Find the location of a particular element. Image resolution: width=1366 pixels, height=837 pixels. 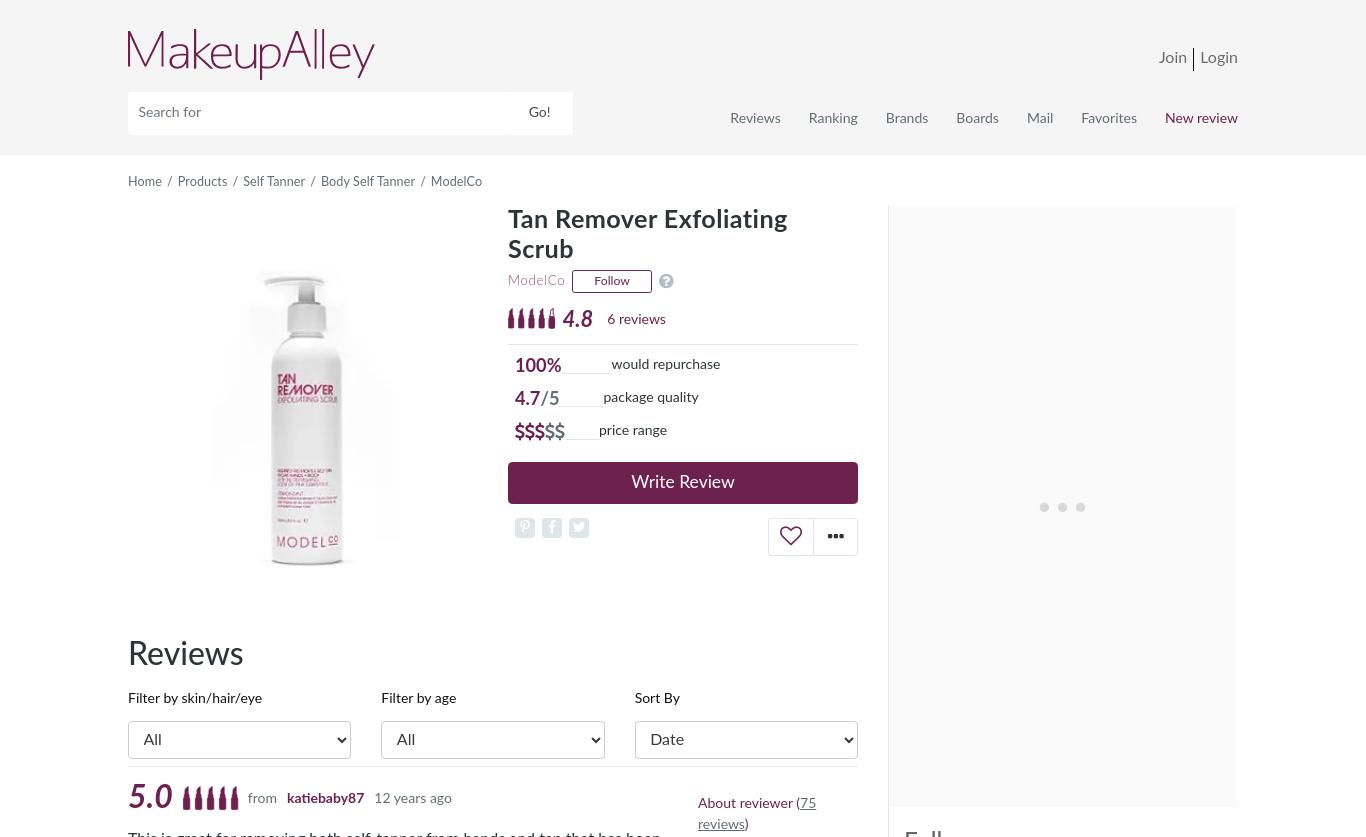

'would repurchase' is located at coordinates (610, 364).